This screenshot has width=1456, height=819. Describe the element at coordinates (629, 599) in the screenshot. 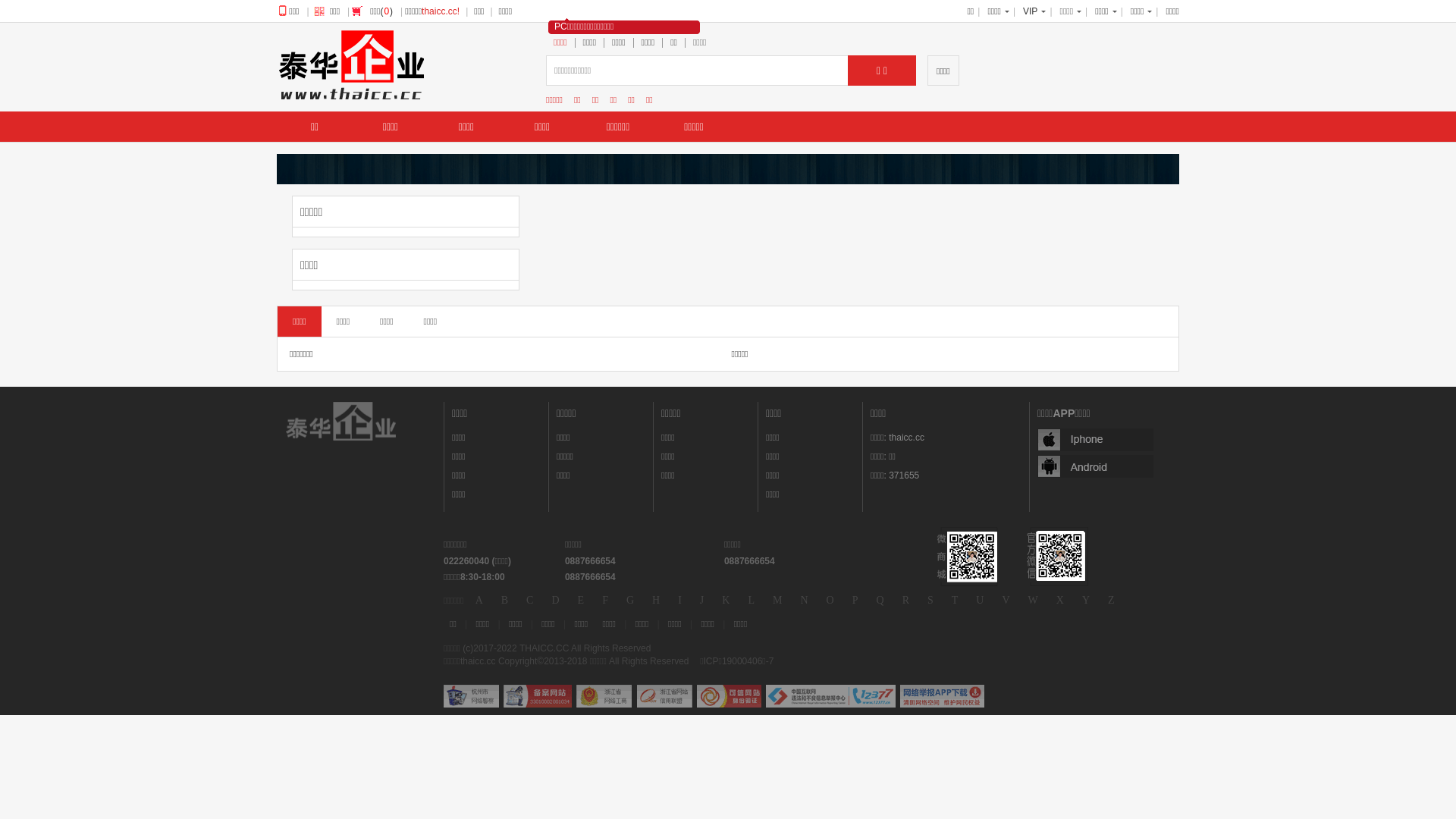

I see `'G'` at that location.